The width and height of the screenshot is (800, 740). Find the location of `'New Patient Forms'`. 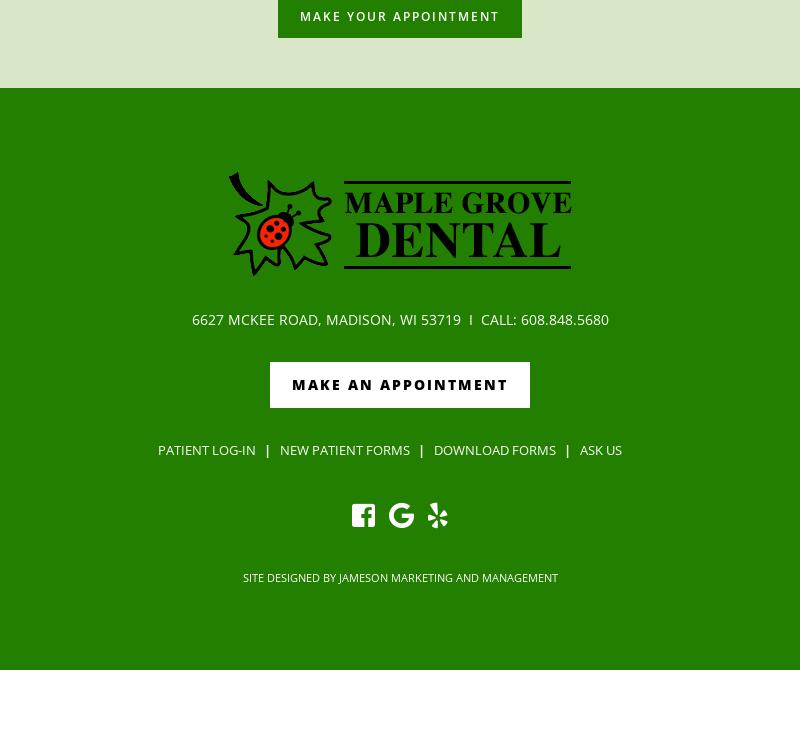

'New Patient Forms' is located at coordinates (344, 448).